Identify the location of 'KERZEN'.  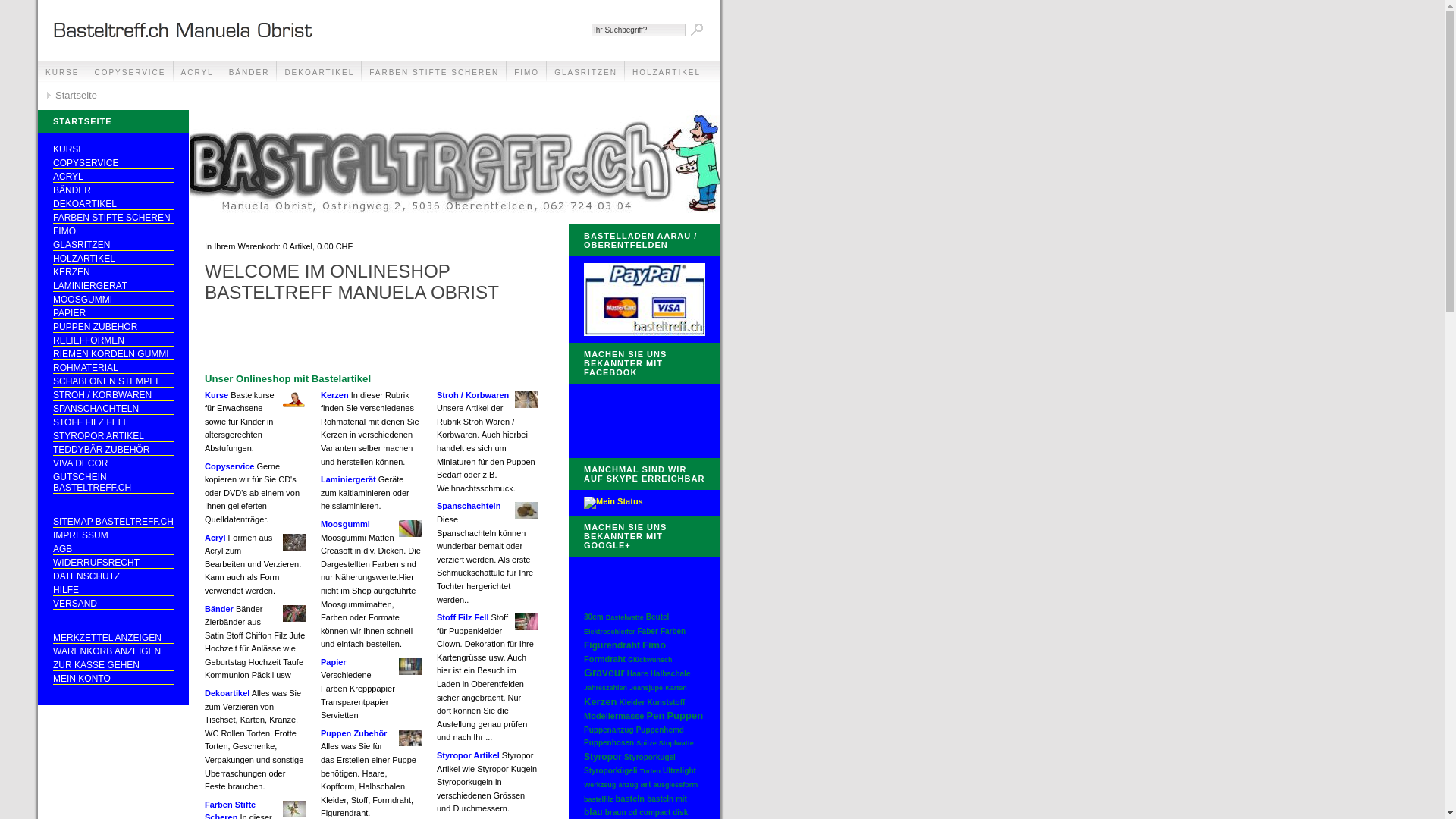
(53, 271).